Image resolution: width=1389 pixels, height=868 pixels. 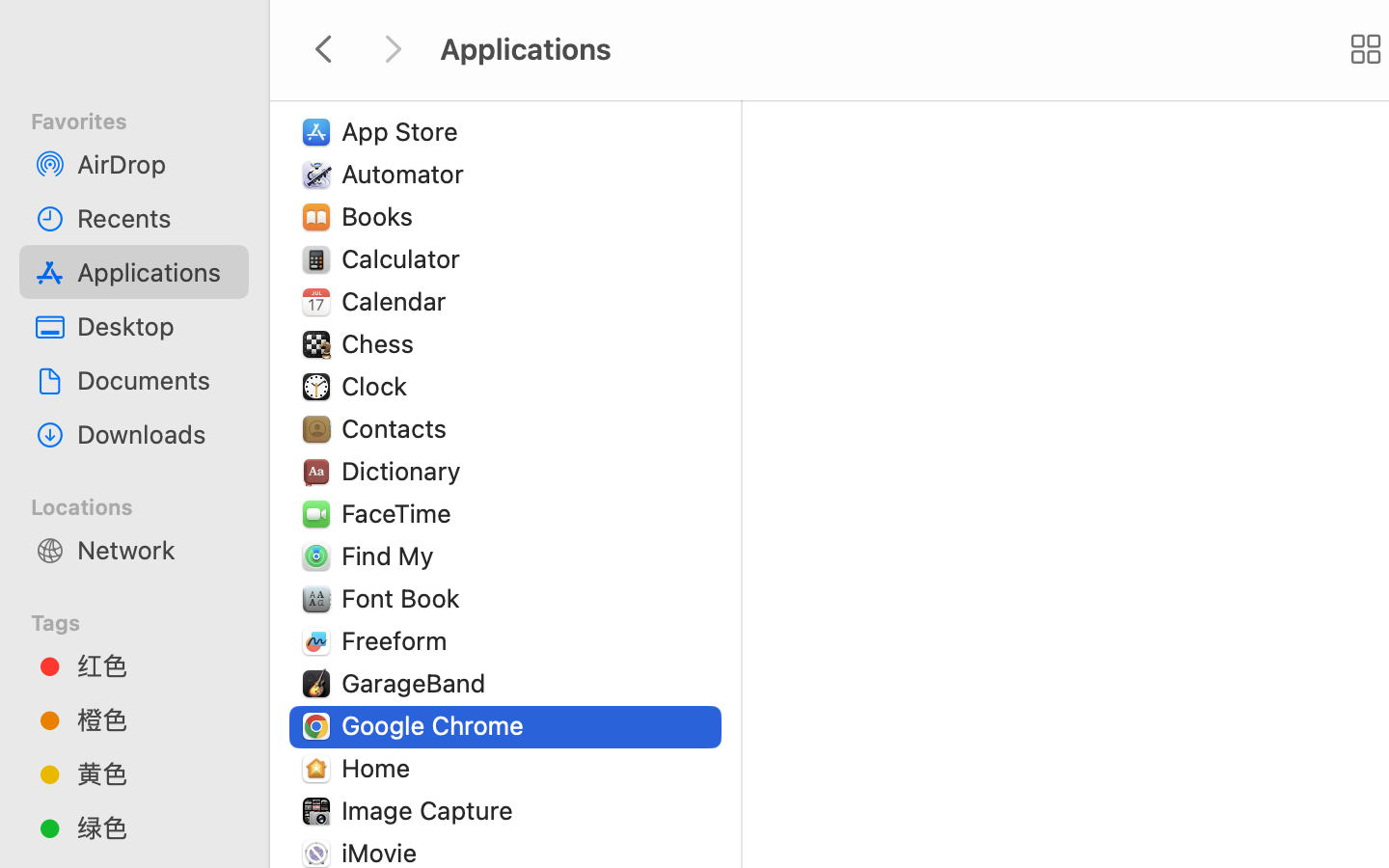 What do you see at coordinates (430, 809) in the screenshot?
I see `'Image Capture'` at bounding box center [430, 809].